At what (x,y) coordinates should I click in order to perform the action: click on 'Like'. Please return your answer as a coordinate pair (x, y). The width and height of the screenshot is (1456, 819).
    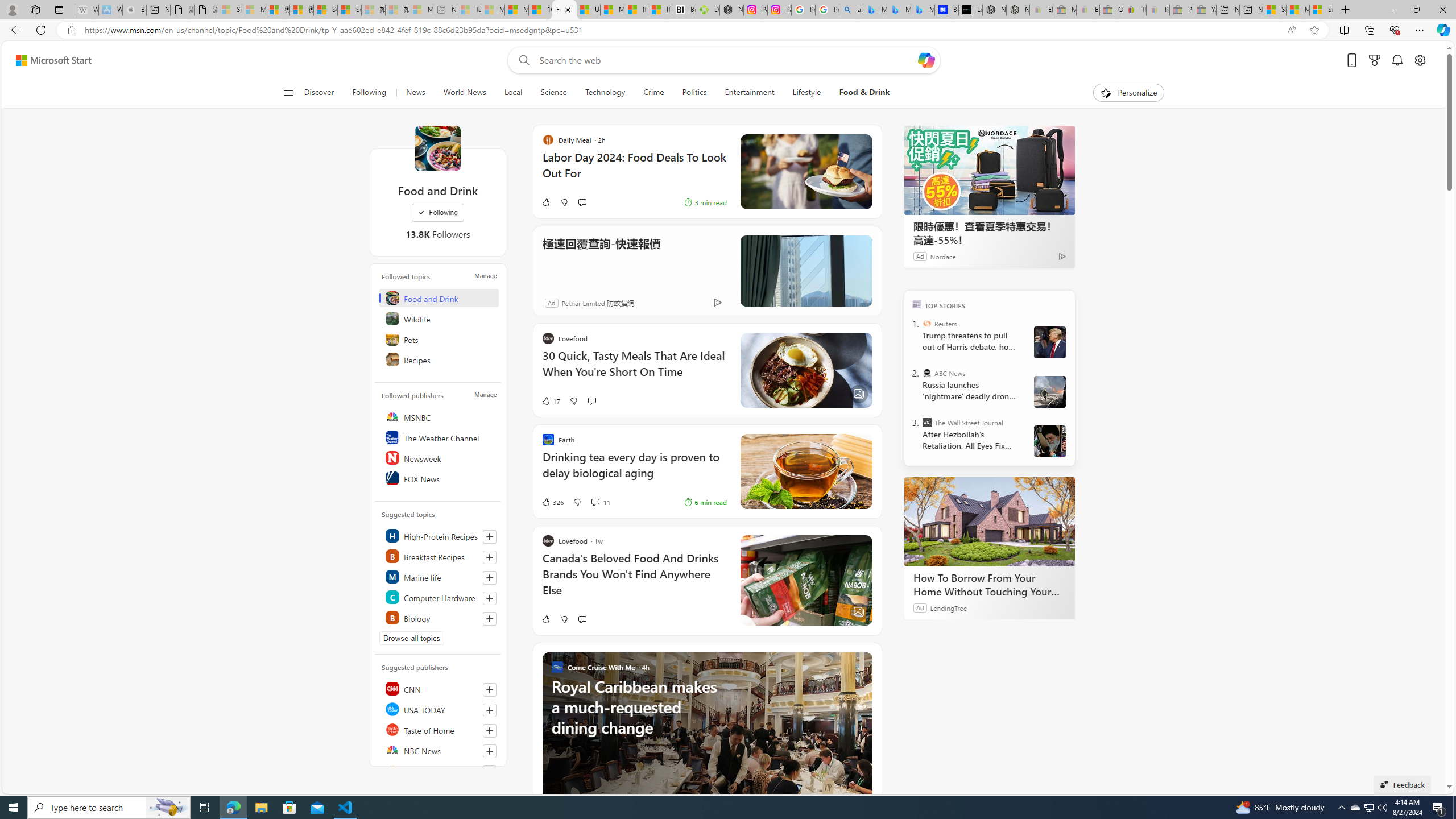
    Looking at the image, I should click on (544, 619).